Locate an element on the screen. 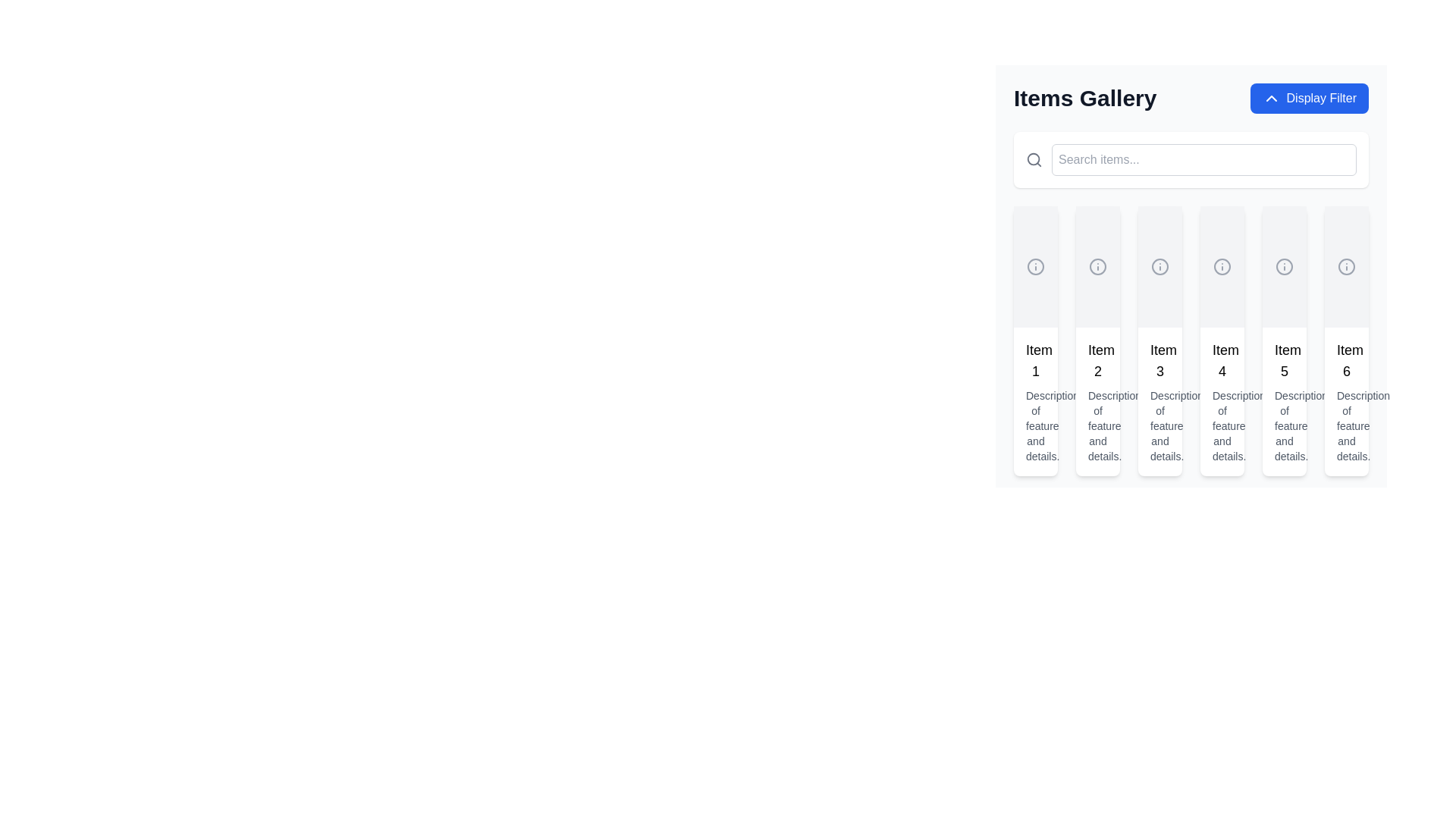  the information icon in the header area of the first card, which has a light gray background and a centered 'i' symbol is located at coordinates (1035, 265).